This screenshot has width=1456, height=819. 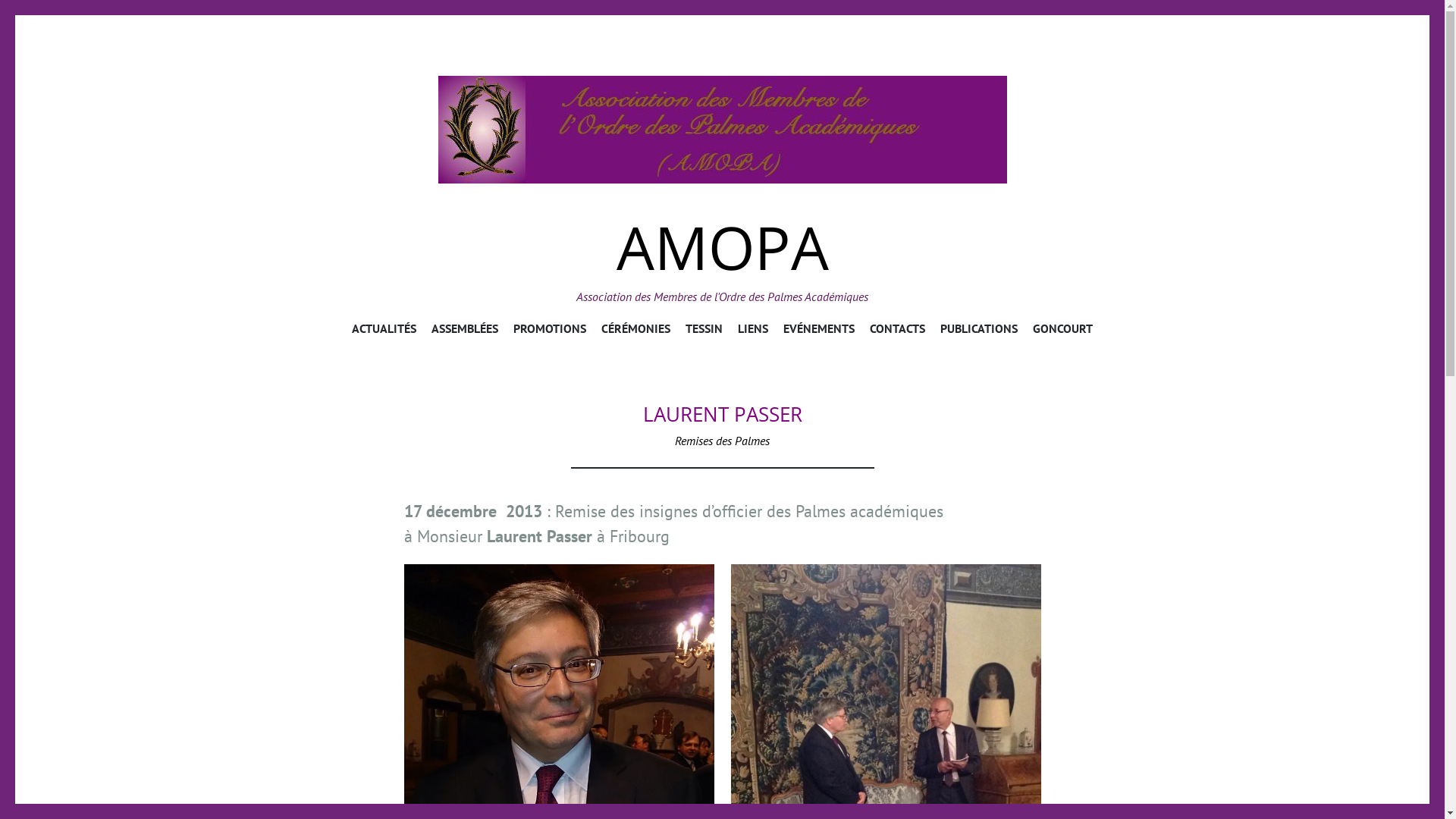 What do you see at coordinates (703, 330) in the screenshot?
I see `'TESSIN'` at bounding box center [703, 330].